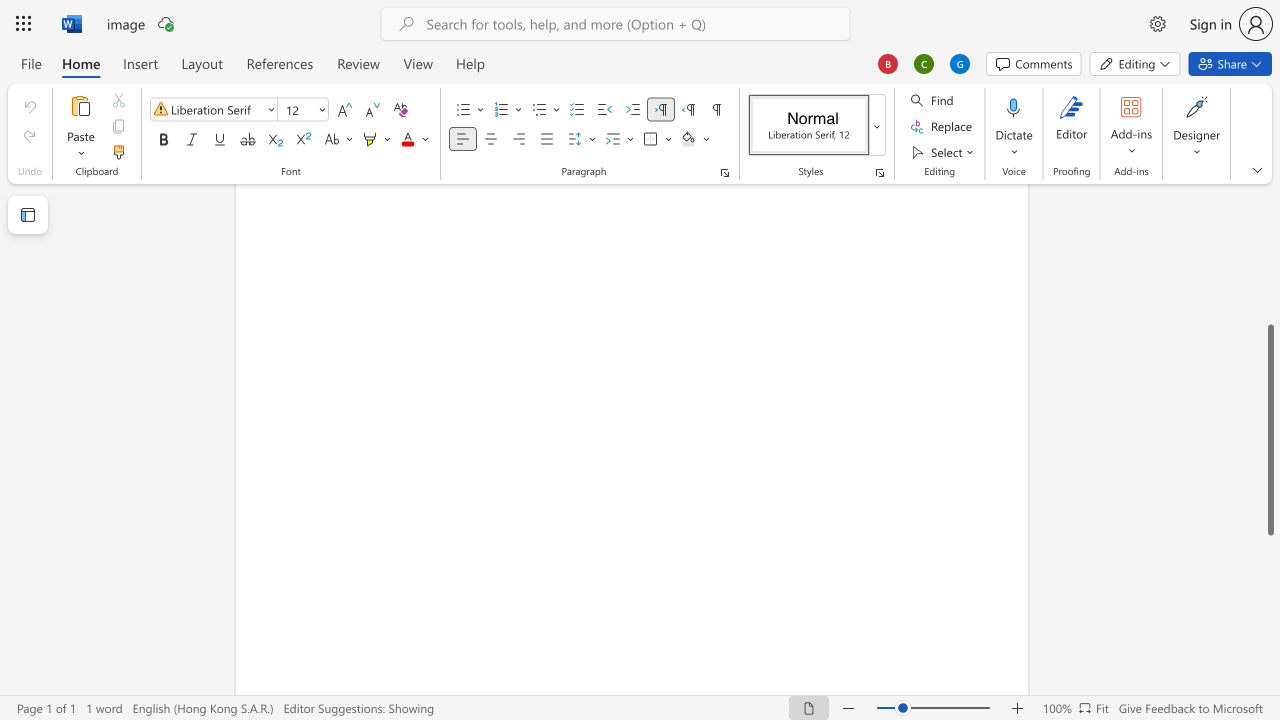 The image size is (1280, 720). What do you see at coordinates (1269, 228) in the screenshot?
I see `the scrollbar on the side` at bounding box center [1269, 228].